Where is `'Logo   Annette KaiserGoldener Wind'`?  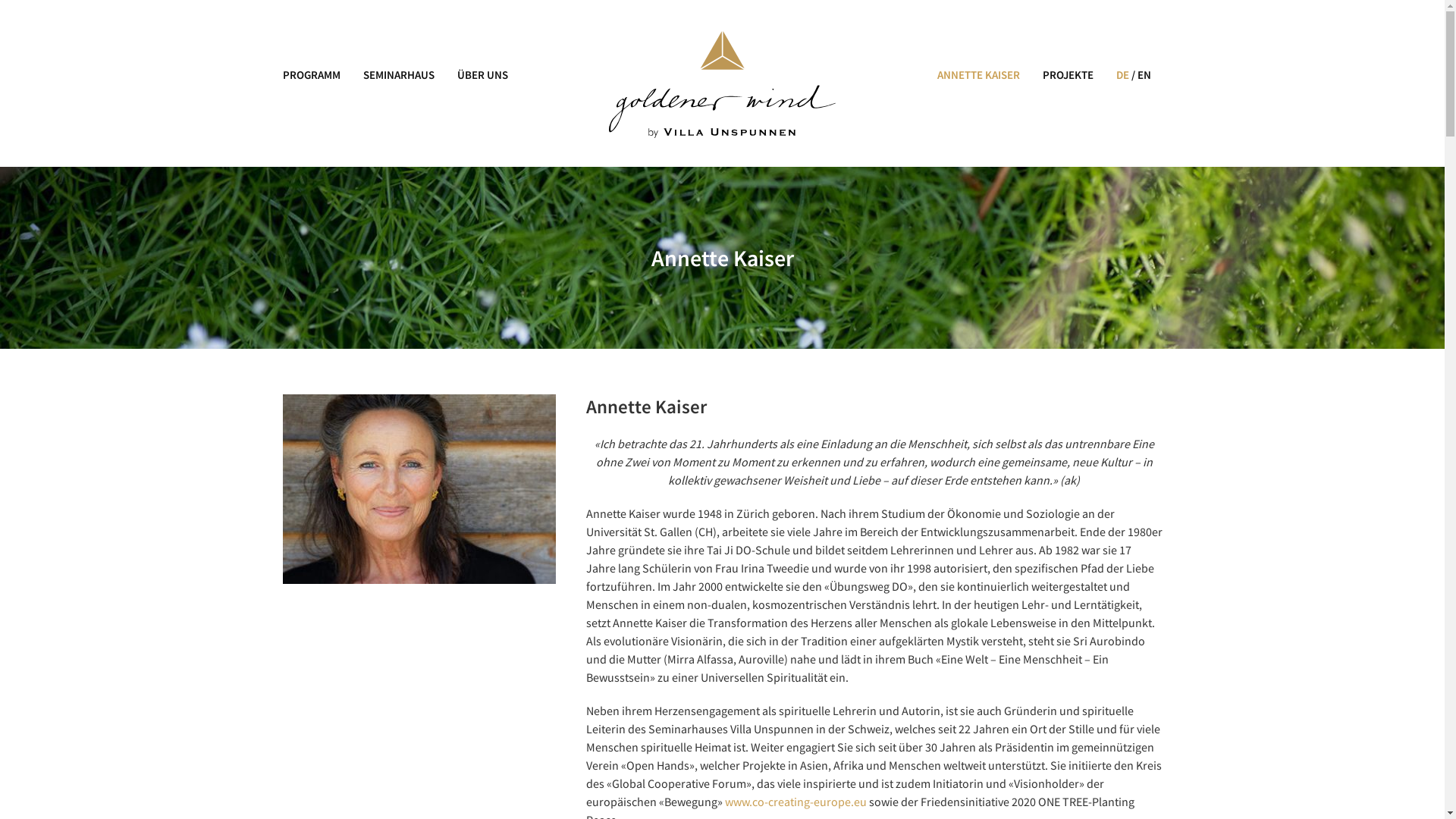
'Logo   Annette KaiserGoldener Wind' is located at coordinates (720, 84).